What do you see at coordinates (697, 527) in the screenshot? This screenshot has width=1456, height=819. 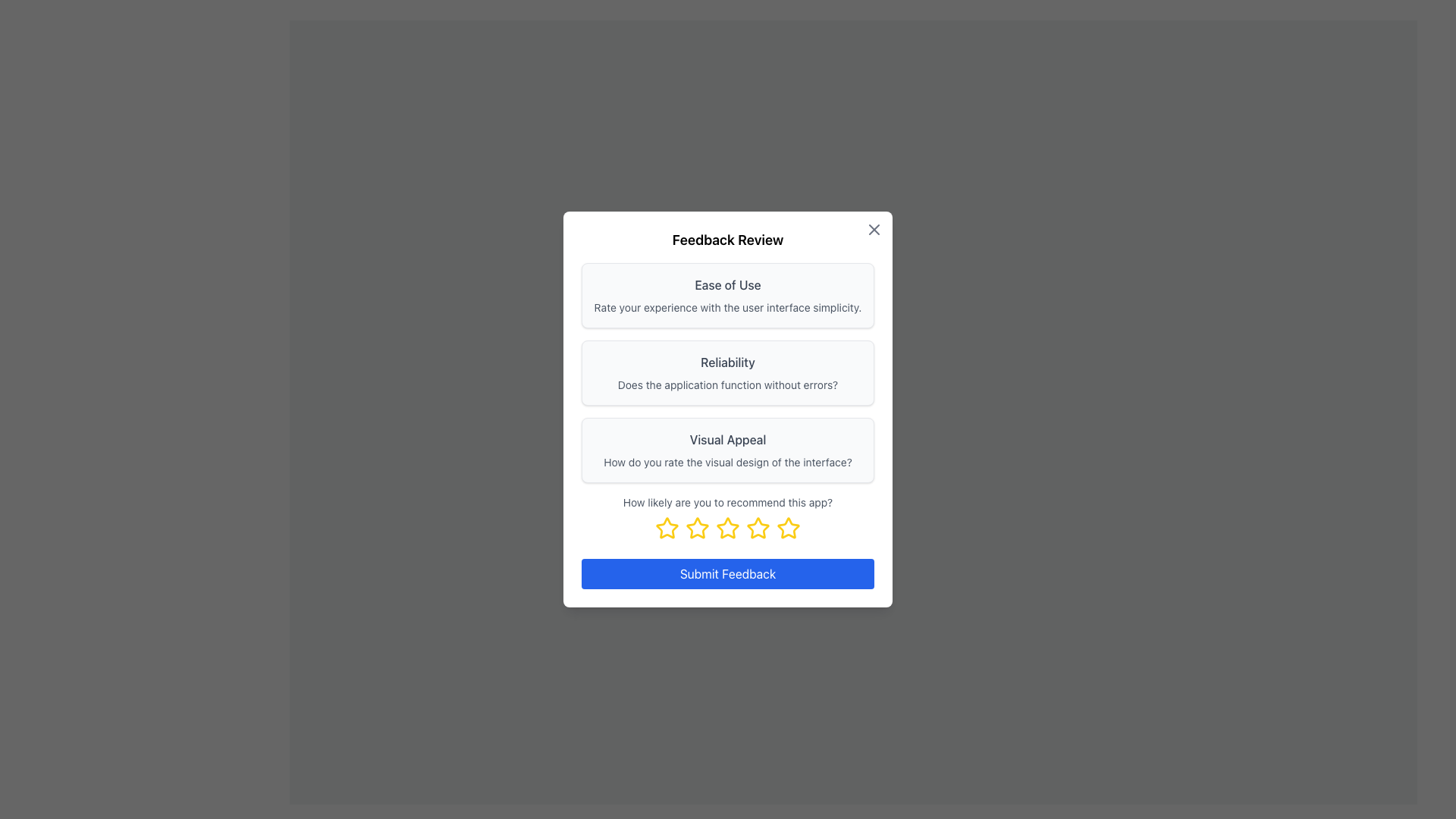 I see `the third yellow star icon with a hollow center` at bounding box center [697, 527].